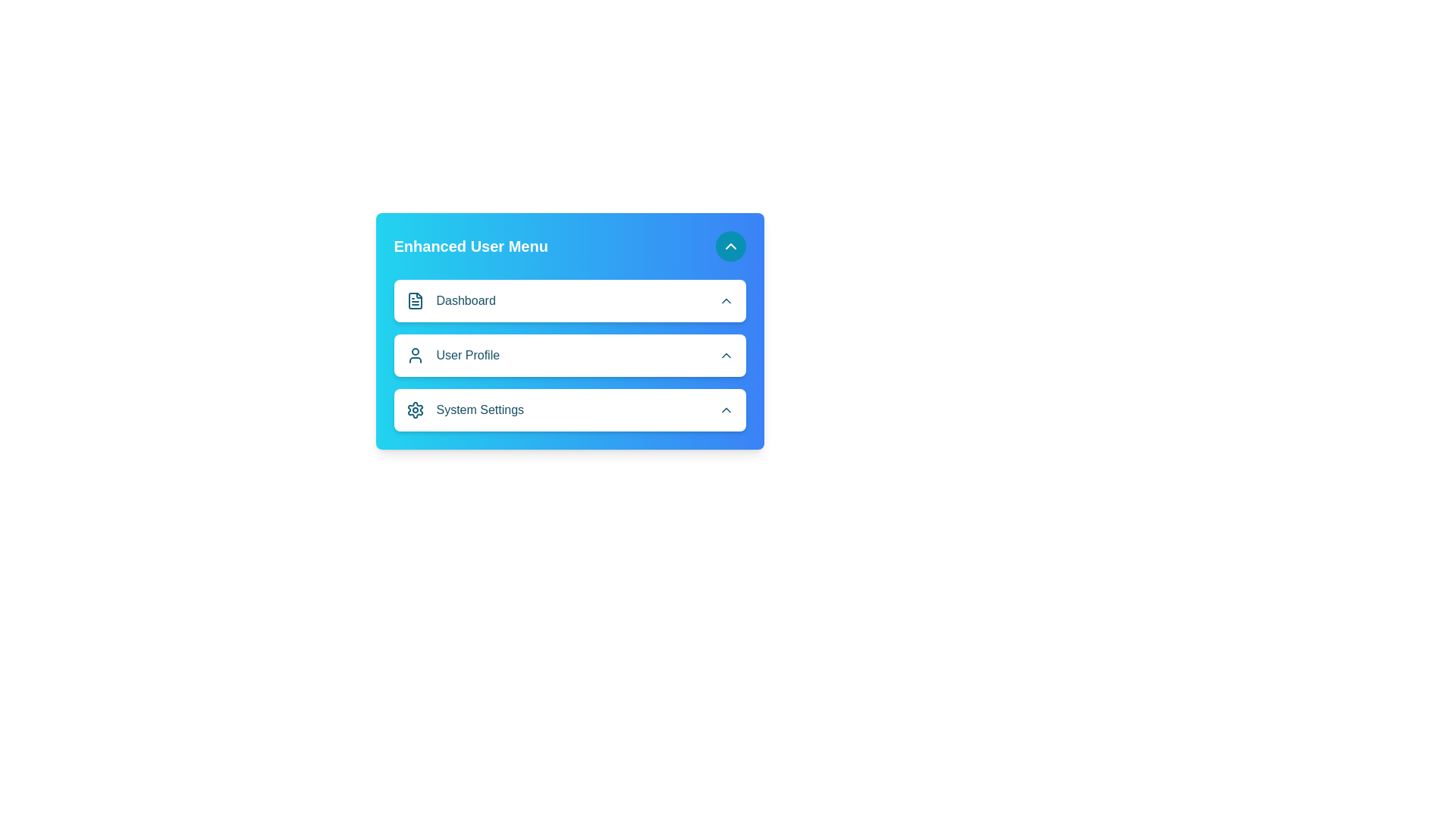 Image resolution: width=1456 pixels, height=819 pixels. What do you see at coordinates (464, 409) in the screenshot?
I see `the last menu option in the 'Enhanced User Menu'` at bounding box center [464, 409].